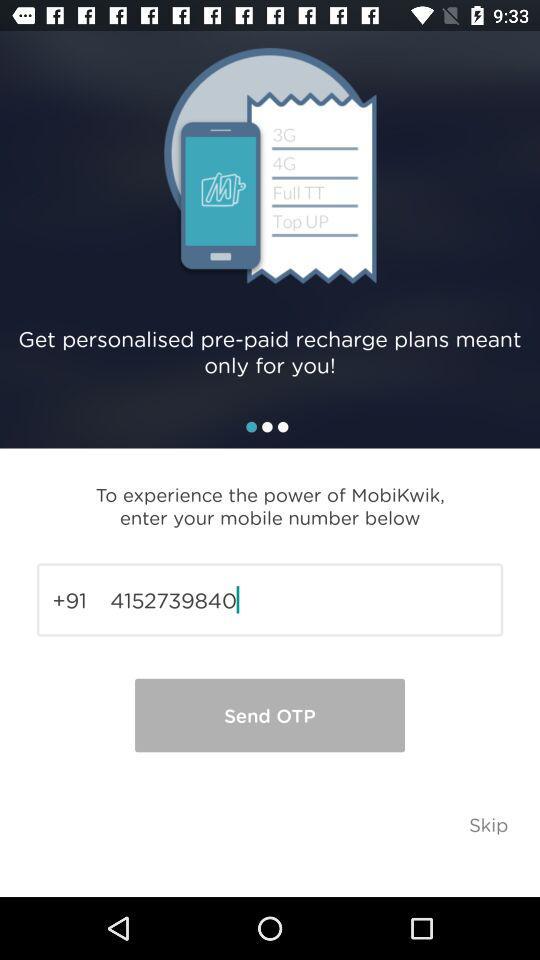 The image size is (540, 960). Describe the element at coordinates (270, 715) in the screenshot. I see `icon below 4152739840` at that location.